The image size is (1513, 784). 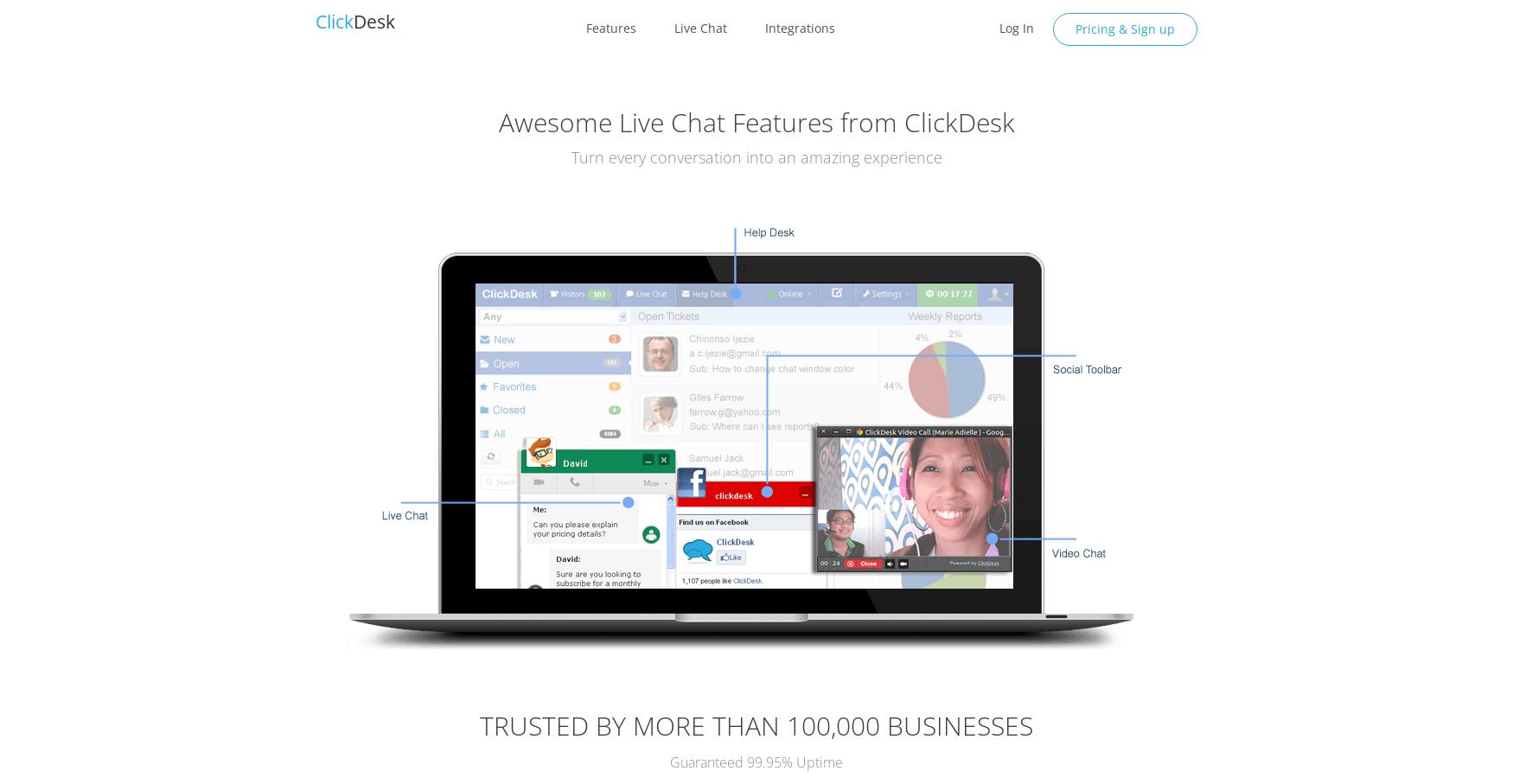 I want to click on 'Features', so click(x=610, y=27).